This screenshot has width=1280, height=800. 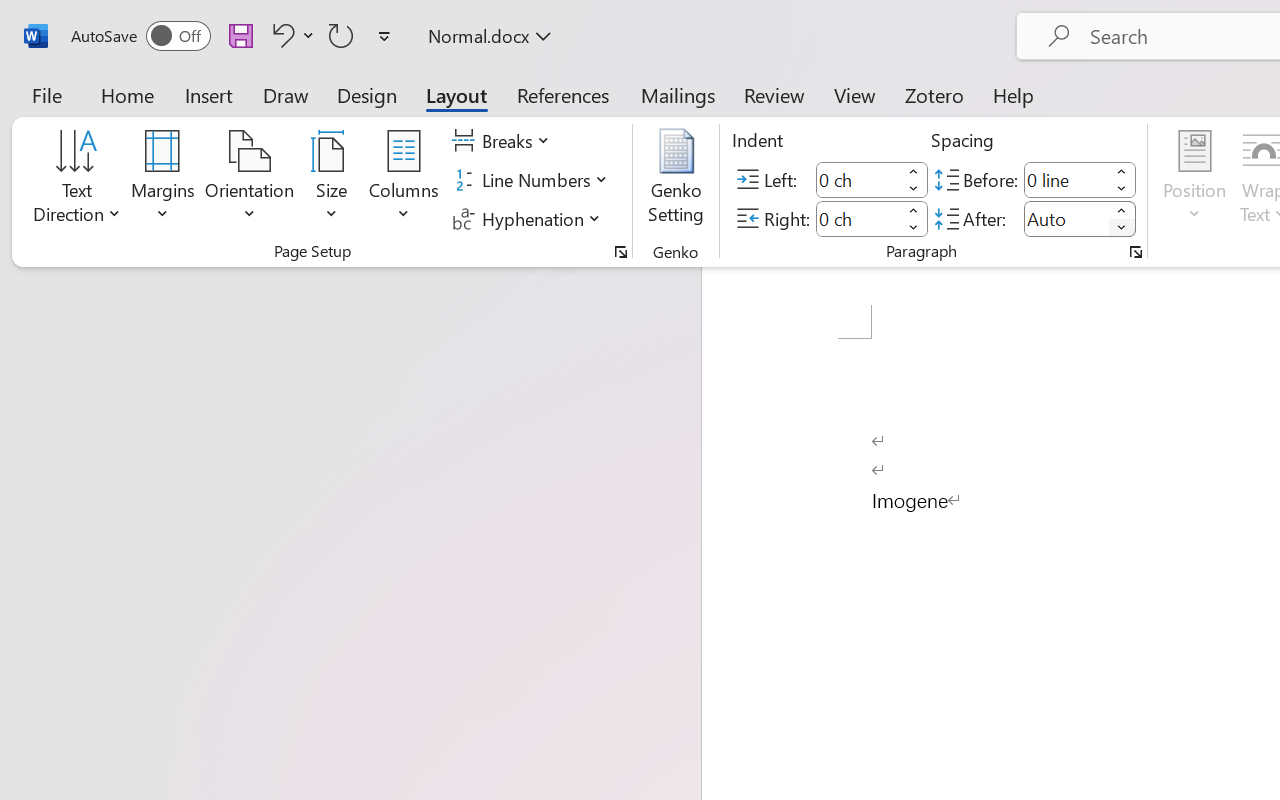 What do you see at coordinates (403, 179) in the screenshot?
I see `'Columns'` at bounding box center [403, 179].